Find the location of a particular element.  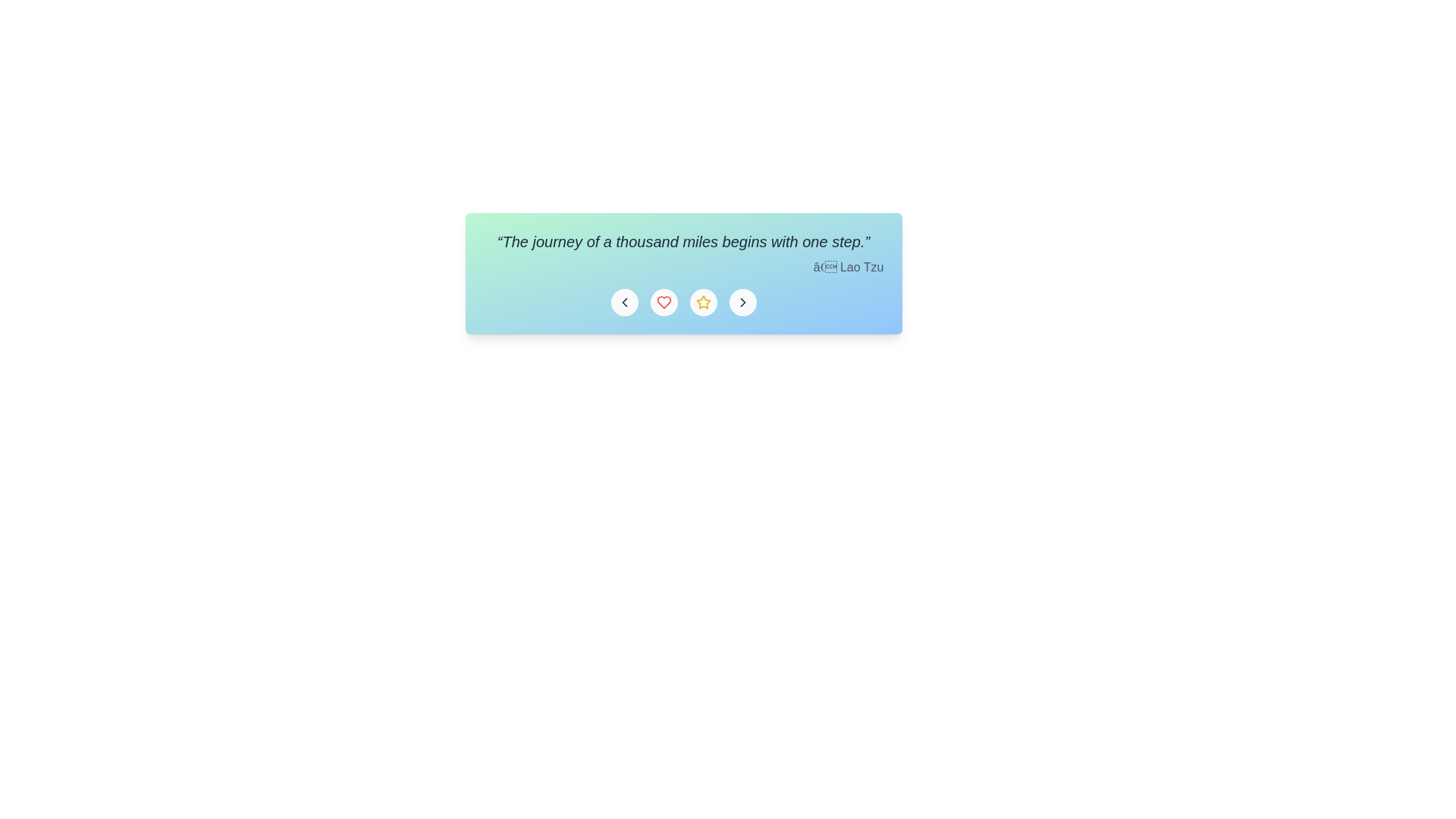

the favorite icon located centrally at the bottom part of the interface, which is the third icon in a sequence of five is located at coordinates (702, 302).